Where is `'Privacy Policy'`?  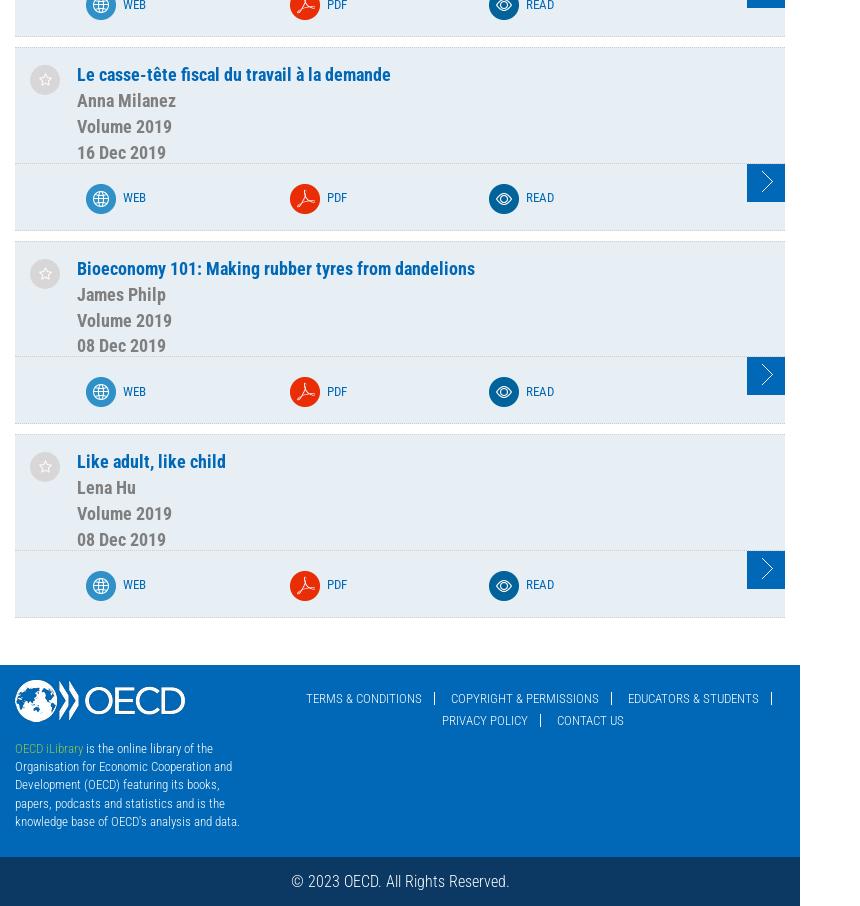 'Privacy Policy' is located at coordinates (484, 720).